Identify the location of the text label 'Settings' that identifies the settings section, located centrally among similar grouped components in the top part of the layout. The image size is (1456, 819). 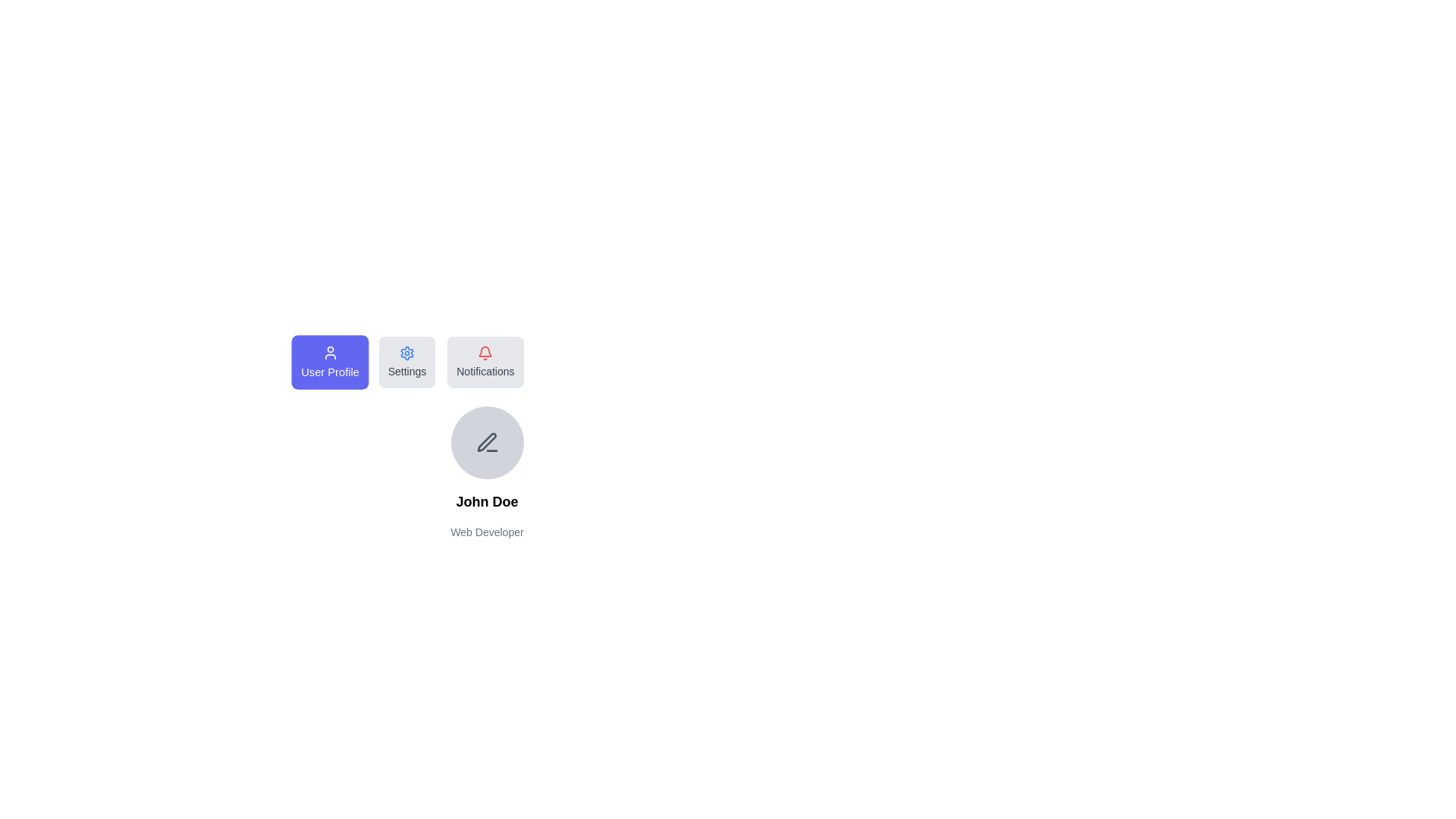
(407, 371).